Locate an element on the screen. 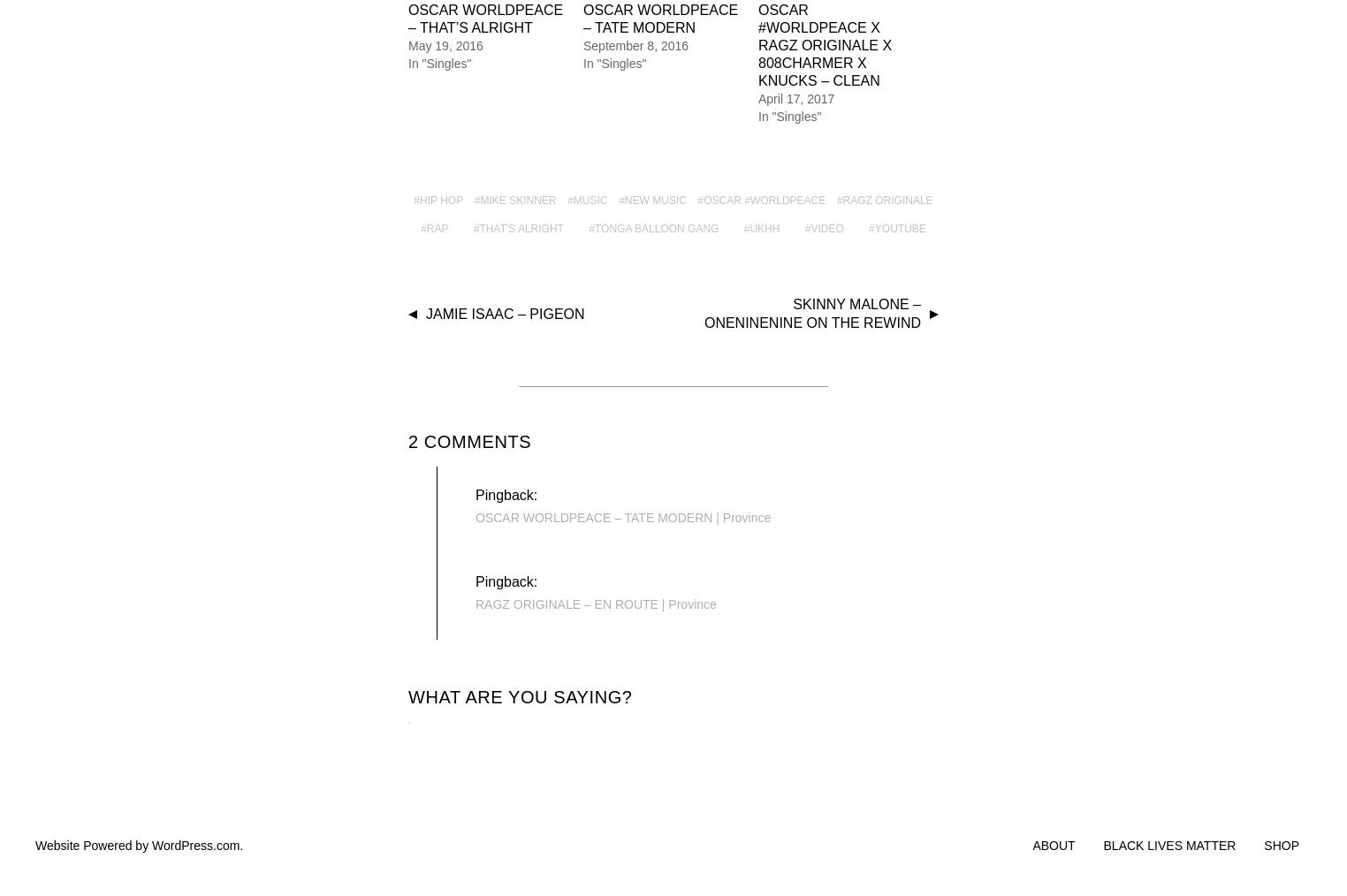 The image size is (1347, 896). 'Oscar #worldpeace' is located at coordinates (765, 200).